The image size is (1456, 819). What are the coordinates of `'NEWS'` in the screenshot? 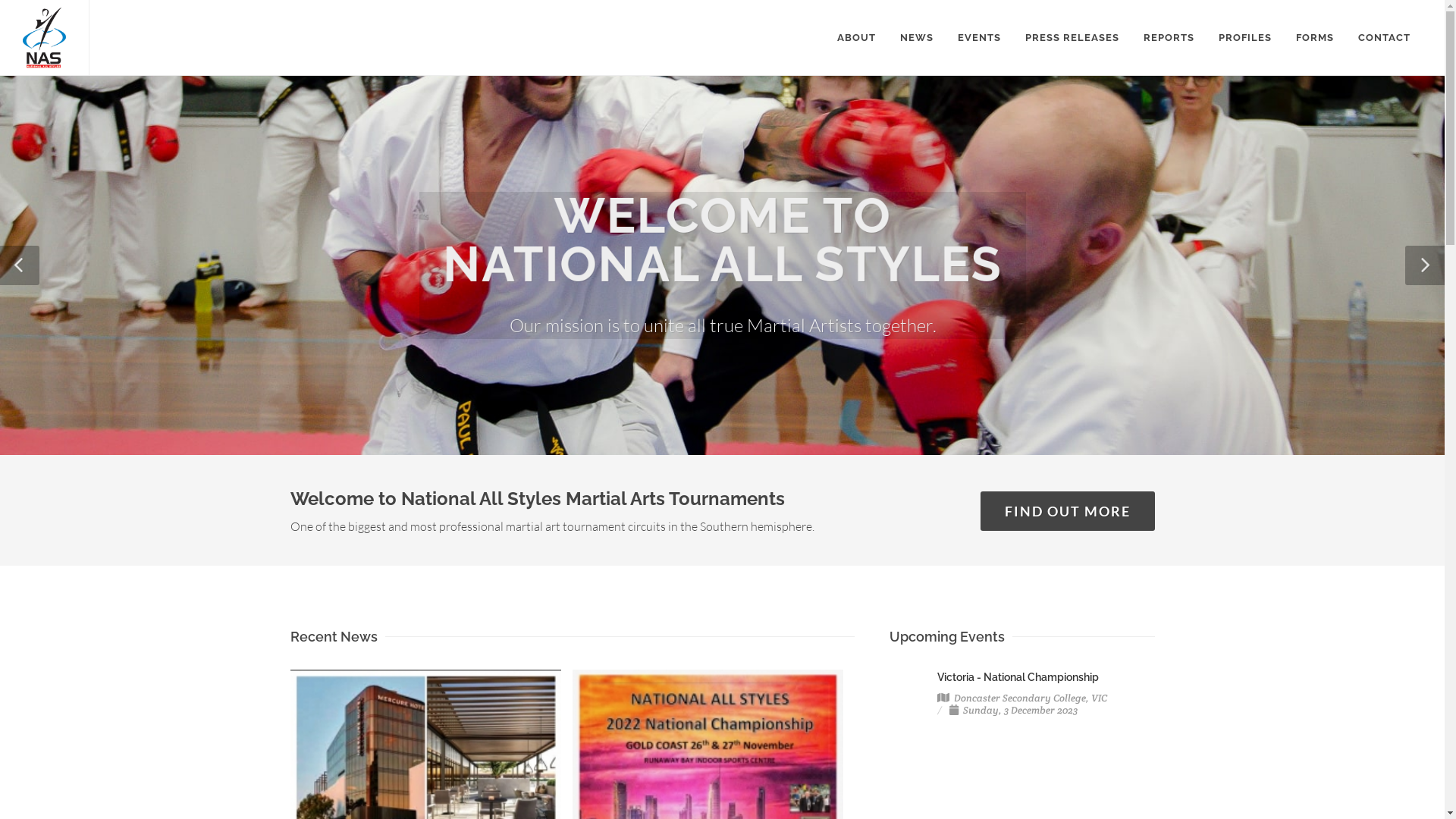 It's located at (916, 37).